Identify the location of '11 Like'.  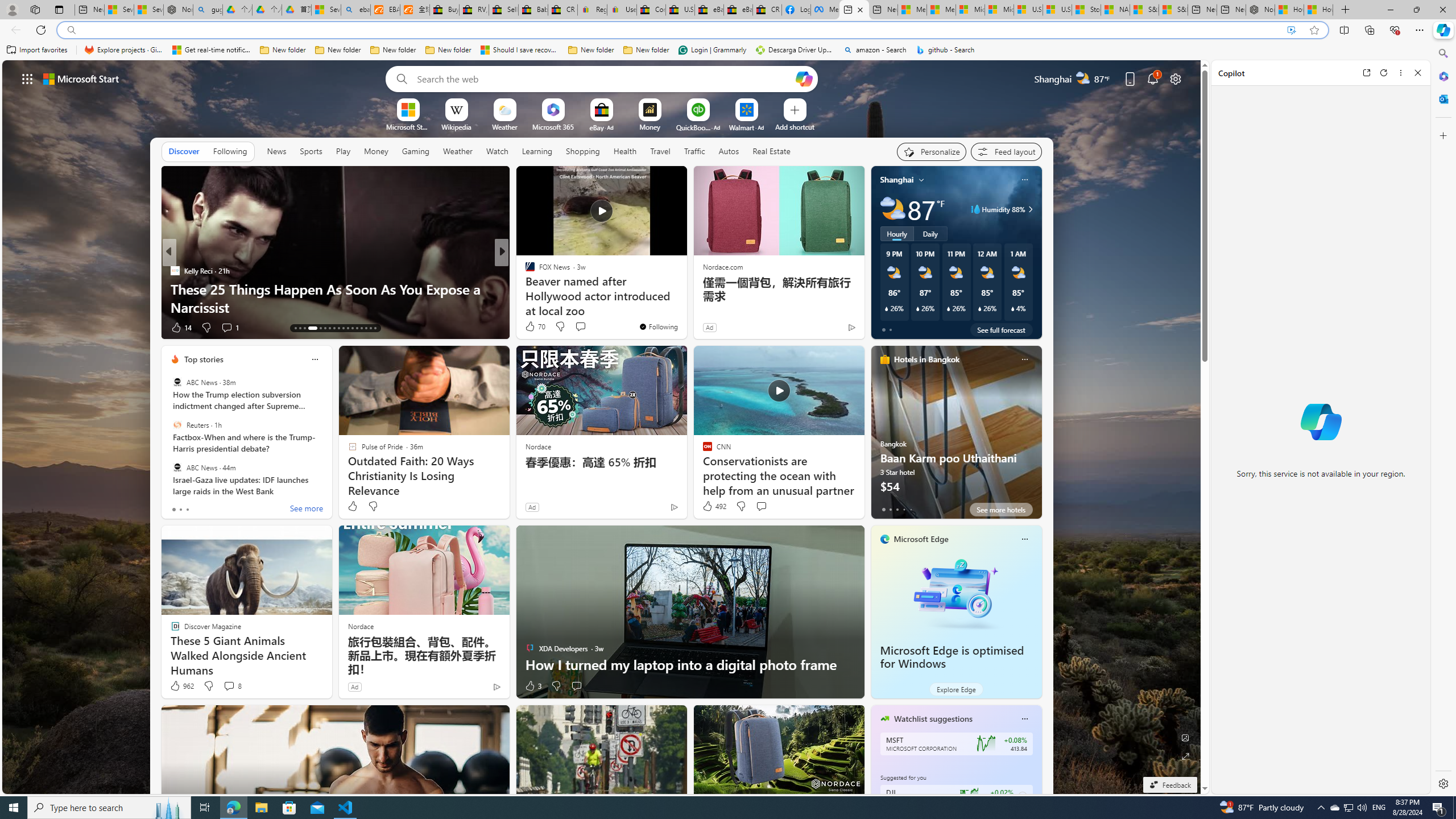
(531, 327).